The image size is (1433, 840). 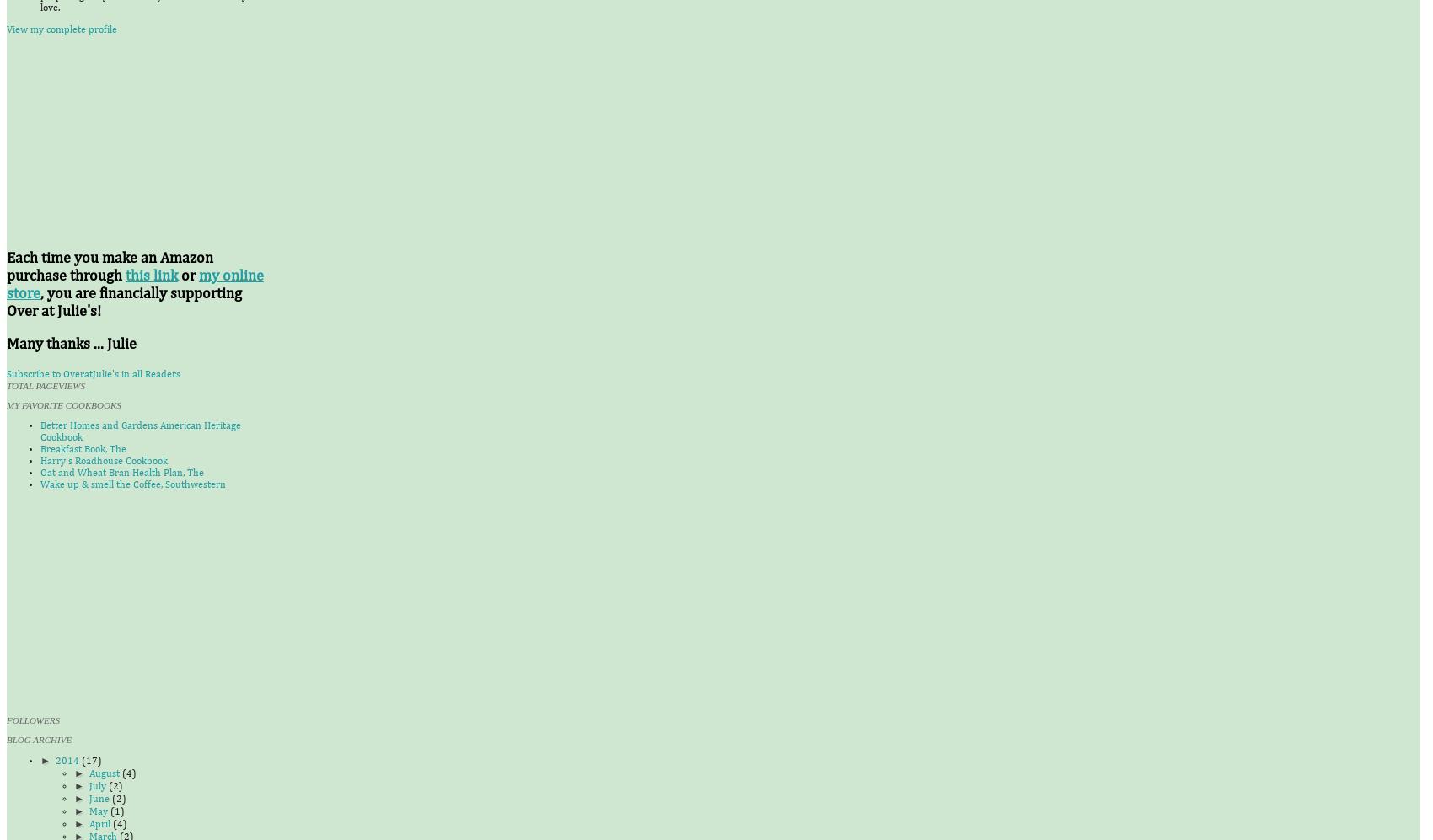 What do you see at coordinates (139, 431) in the screenshot?
I see `'Better Homes and Gardens American Heritage Cookbook'` at bounding box center [139, 431].